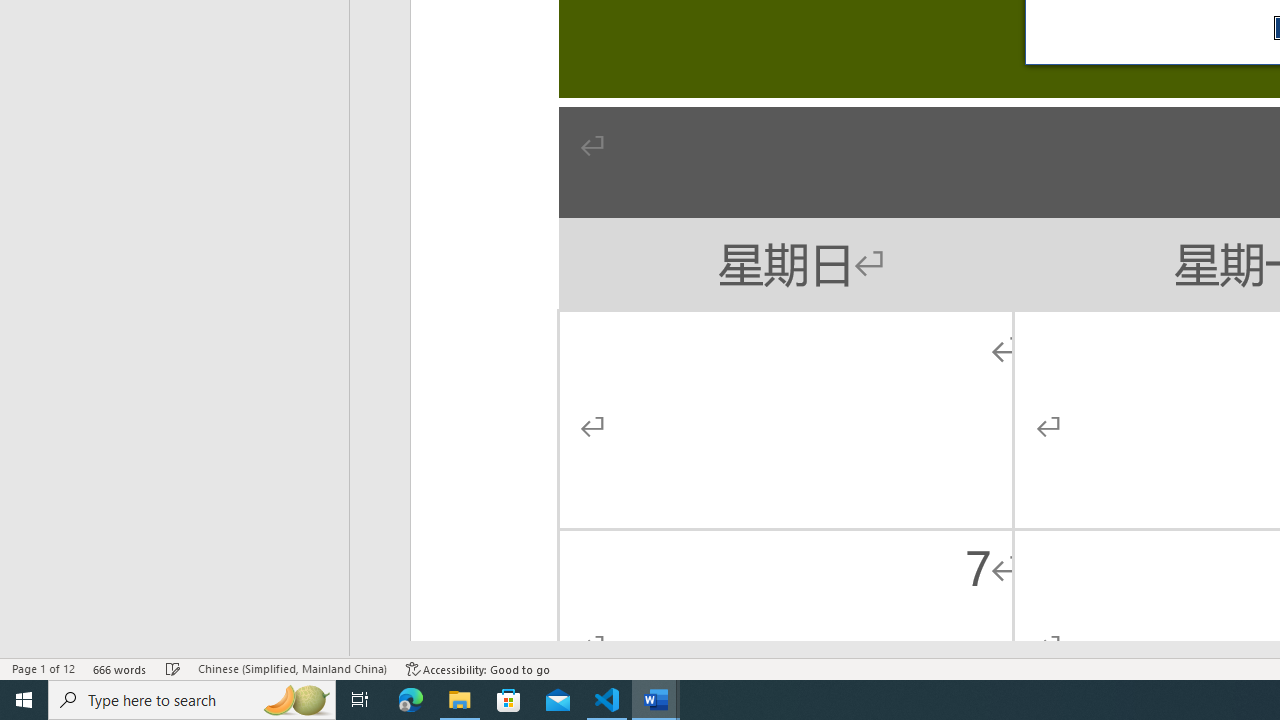 The height and width of the screenshot is (720, 1280). Describe the element at coordinates (410, 698) in the screenshot. I see `'Microsoft Edge'` at that location.